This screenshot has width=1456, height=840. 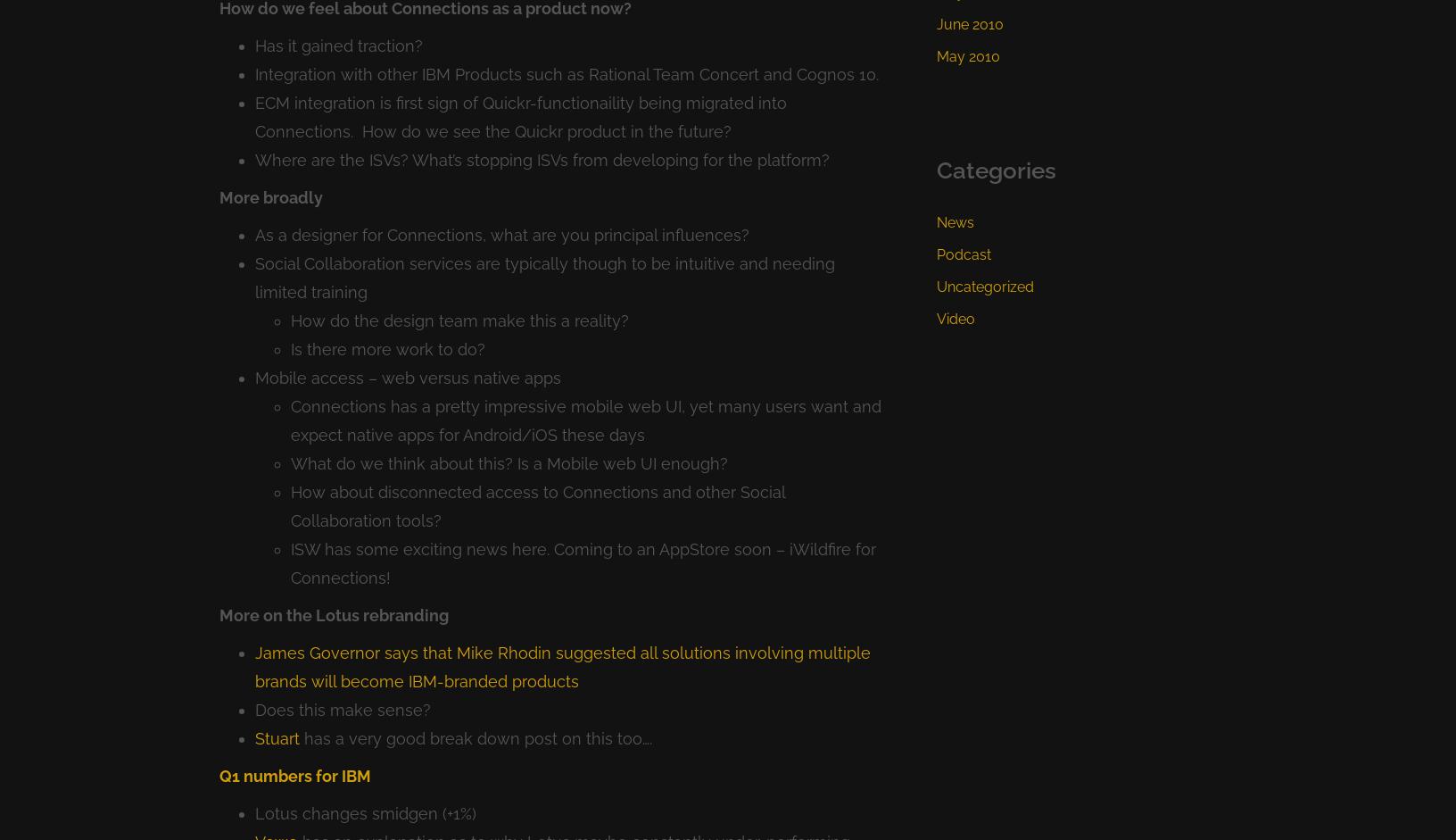 I want to click on 'Q1 numbers for IBM', so click(x=294, y=775).